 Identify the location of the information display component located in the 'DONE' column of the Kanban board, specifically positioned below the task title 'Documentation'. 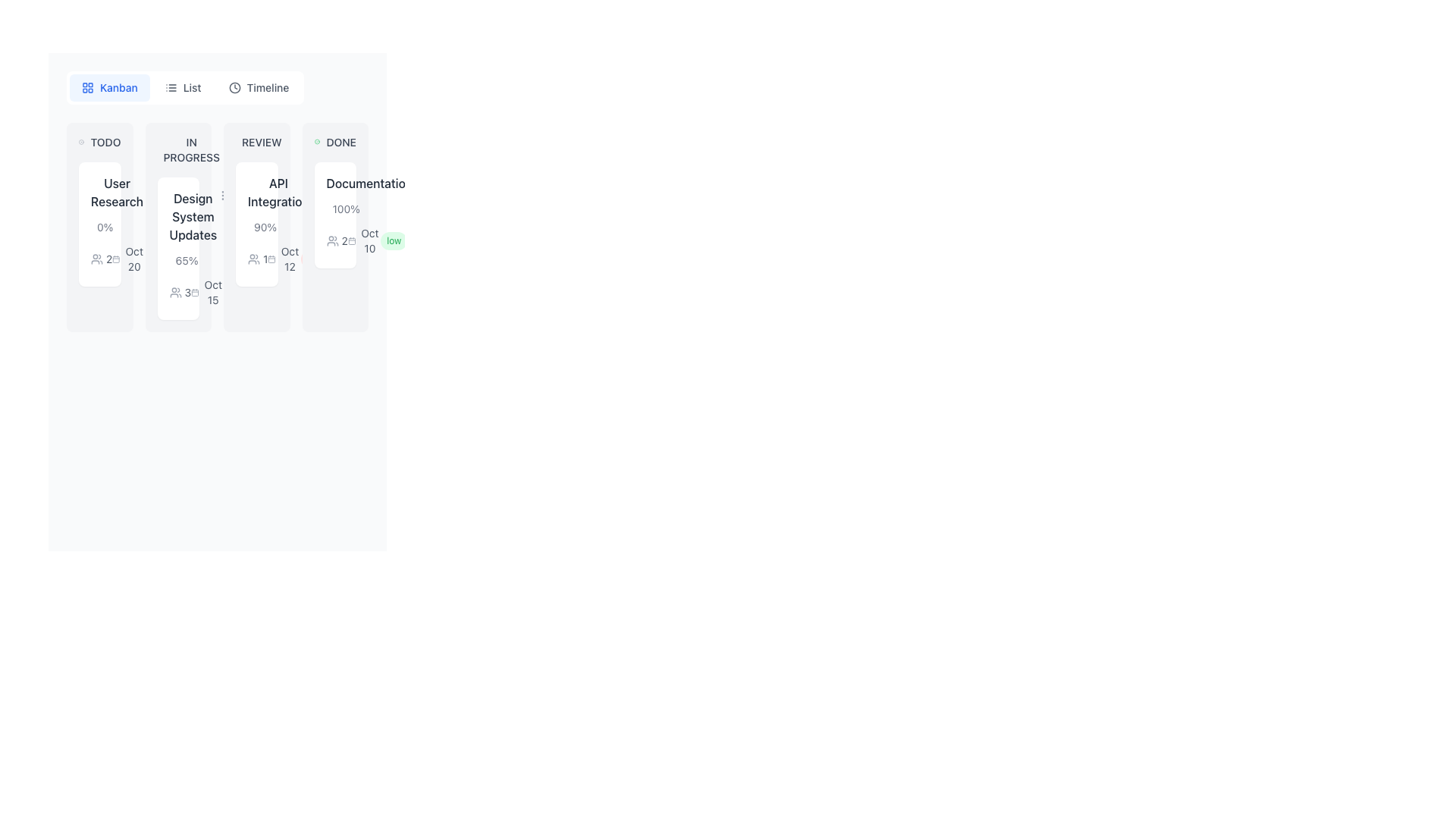
(334, 228).